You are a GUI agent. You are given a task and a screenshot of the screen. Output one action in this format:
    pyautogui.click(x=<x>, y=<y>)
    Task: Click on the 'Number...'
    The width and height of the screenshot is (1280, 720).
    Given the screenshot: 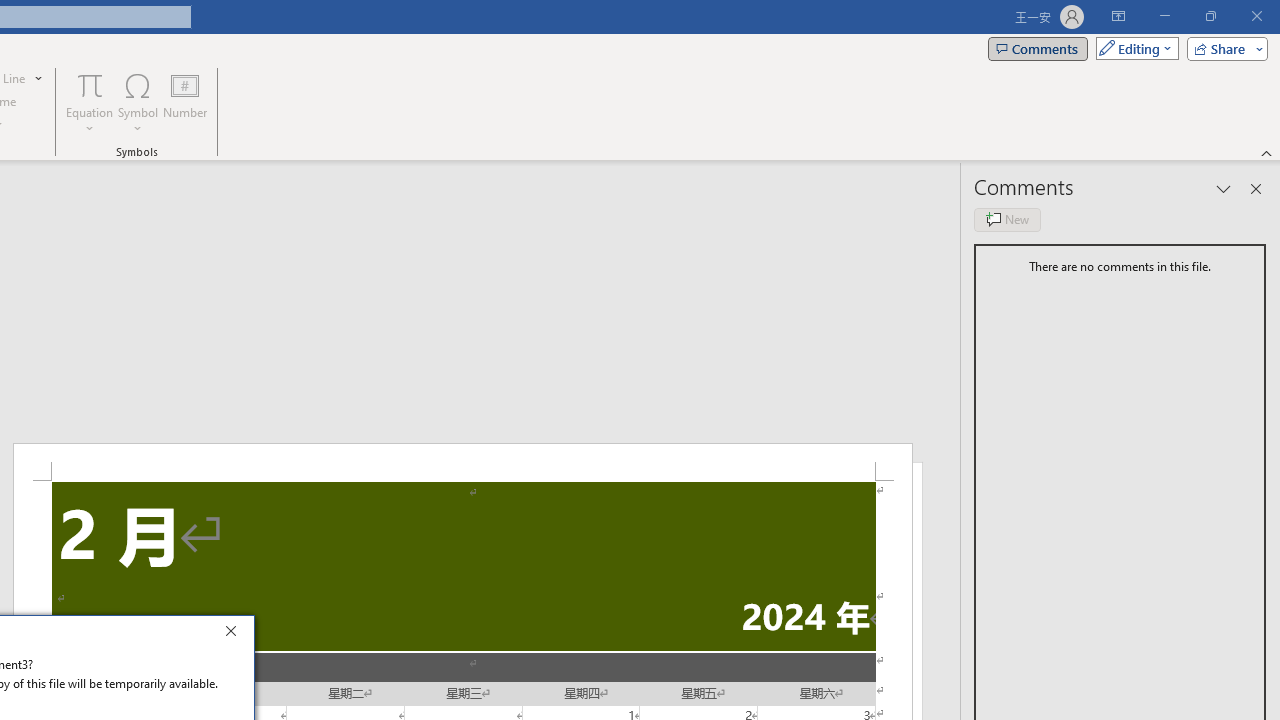 What is the action you would take?
    pyautogui.click(x=185, y=103)
    